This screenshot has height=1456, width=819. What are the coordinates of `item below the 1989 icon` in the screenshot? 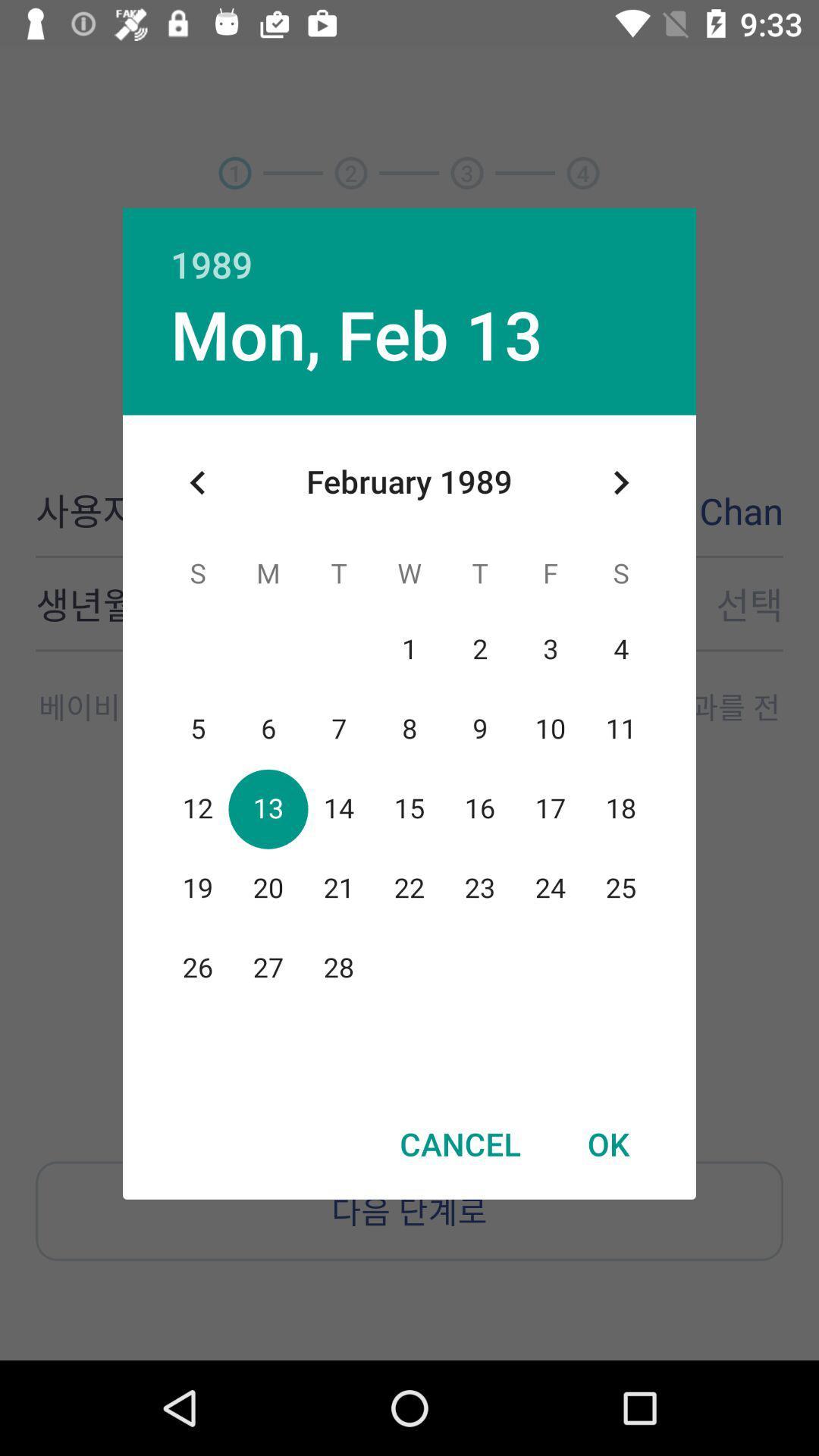 It's located at (356, 333).